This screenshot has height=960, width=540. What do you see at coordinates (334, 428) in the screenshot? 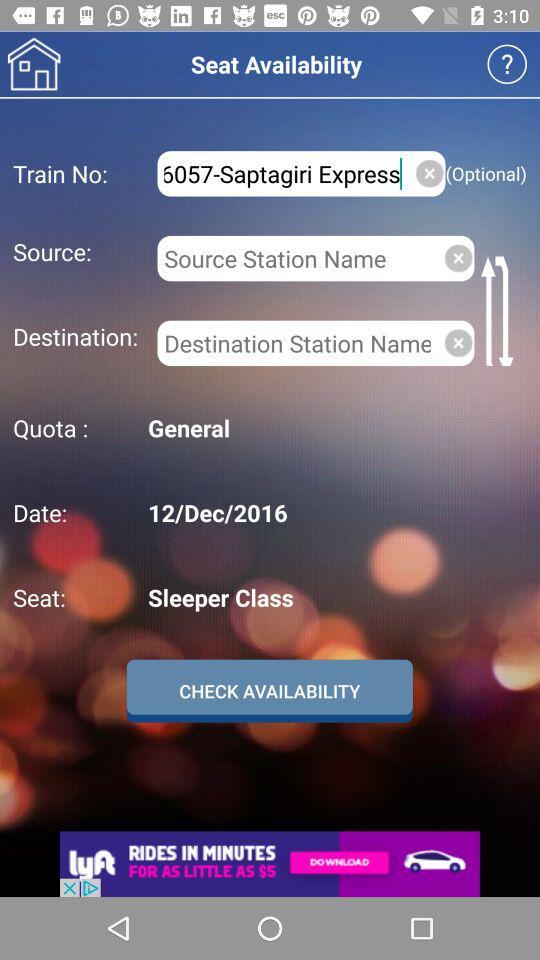
I see `the icon next to the quota : item` at bounding box center [334, 428].